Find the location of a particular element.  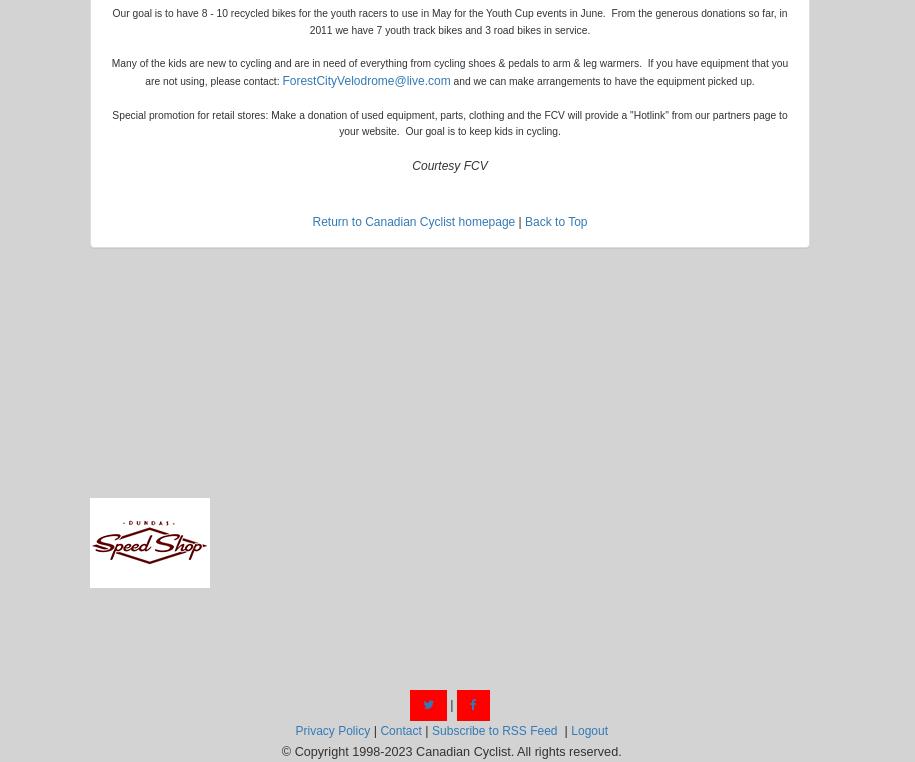

'Back to Top' is located at coordinates (556, 220).